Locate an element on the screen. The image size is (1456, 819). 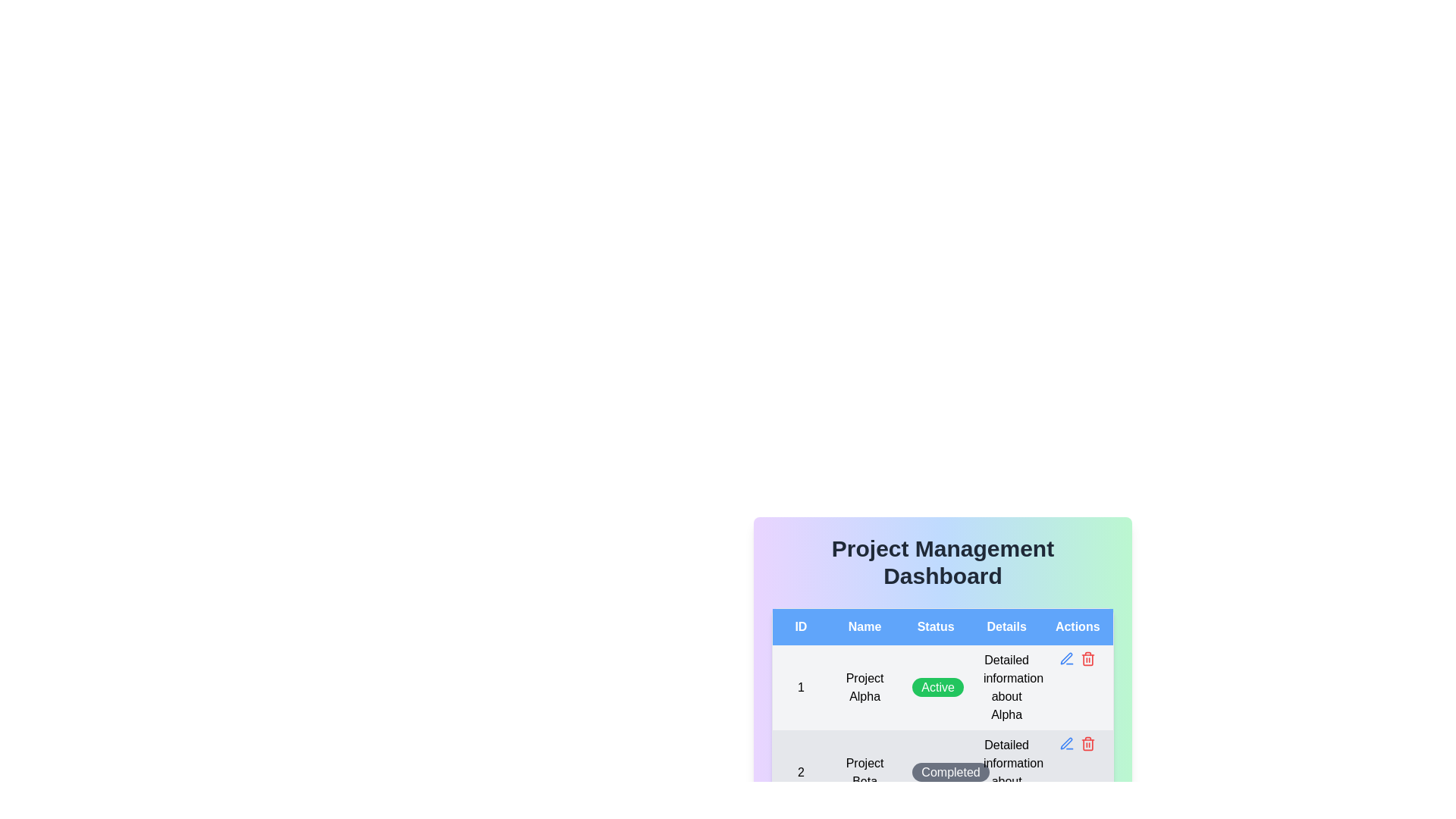
the table header cell labeled 'Status', which is the third column header in a table with a blue background and white text is located at coordinates (942, 640).